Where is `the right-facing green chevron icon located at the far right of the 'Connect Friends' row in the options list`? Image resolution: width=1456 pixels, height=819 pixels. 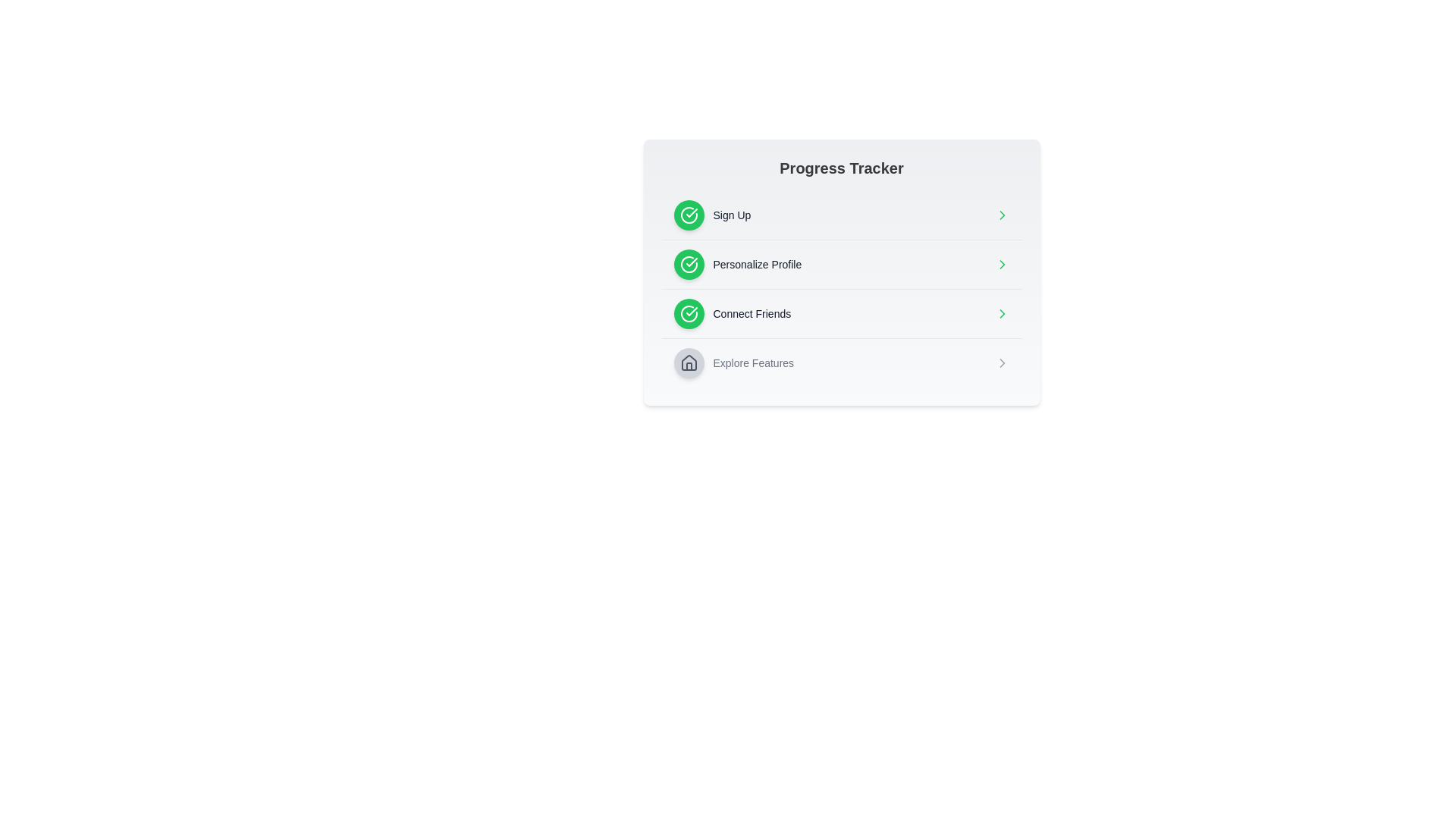
the right-facing green chevron icon located at the far right of the 'Connect Friends' row in the options list is located at coordinates (1002, 312).